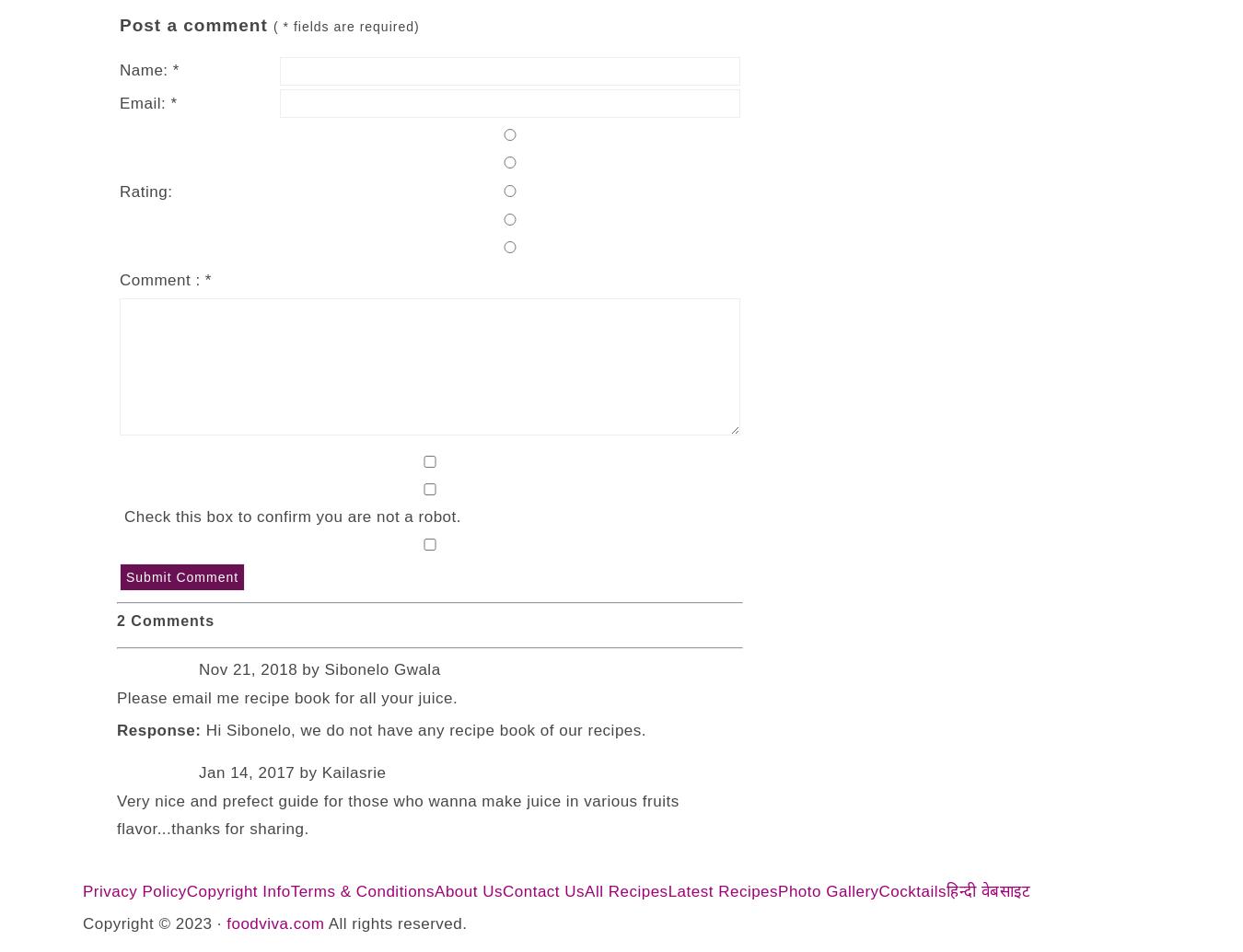 This screenshot has width=1243, height=952. Describe the element at coordinates (185, 889) in the screenshot. I see `'Copyright Info'` at that location.